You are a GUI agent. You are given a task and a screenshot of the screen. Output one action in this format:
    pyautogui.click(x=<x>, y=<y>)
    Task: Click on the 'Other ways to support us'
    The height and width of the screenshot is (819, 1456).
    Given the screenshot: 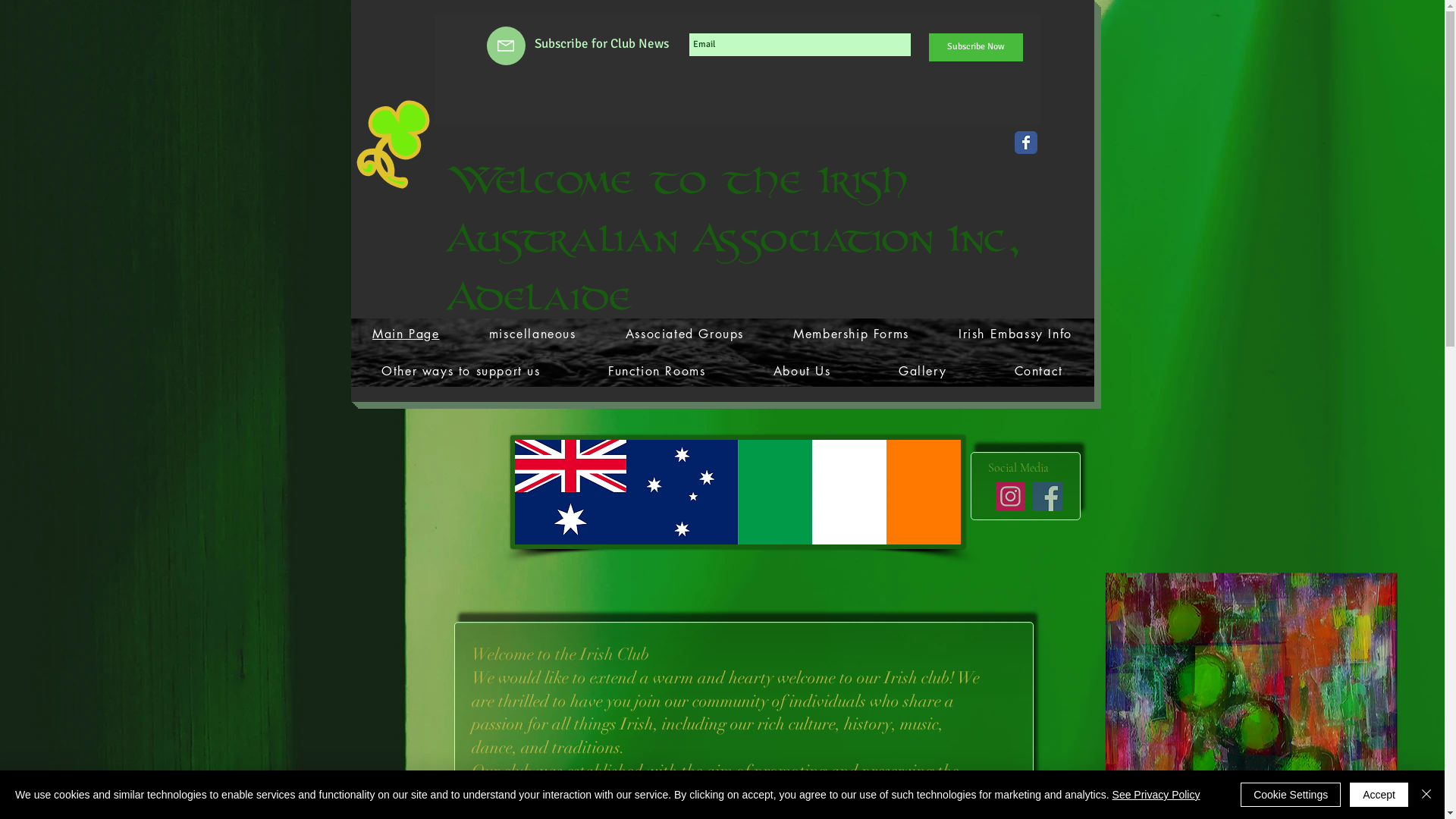 What is the action you would take?
    pyautogui.click(x=460, y=371)
    